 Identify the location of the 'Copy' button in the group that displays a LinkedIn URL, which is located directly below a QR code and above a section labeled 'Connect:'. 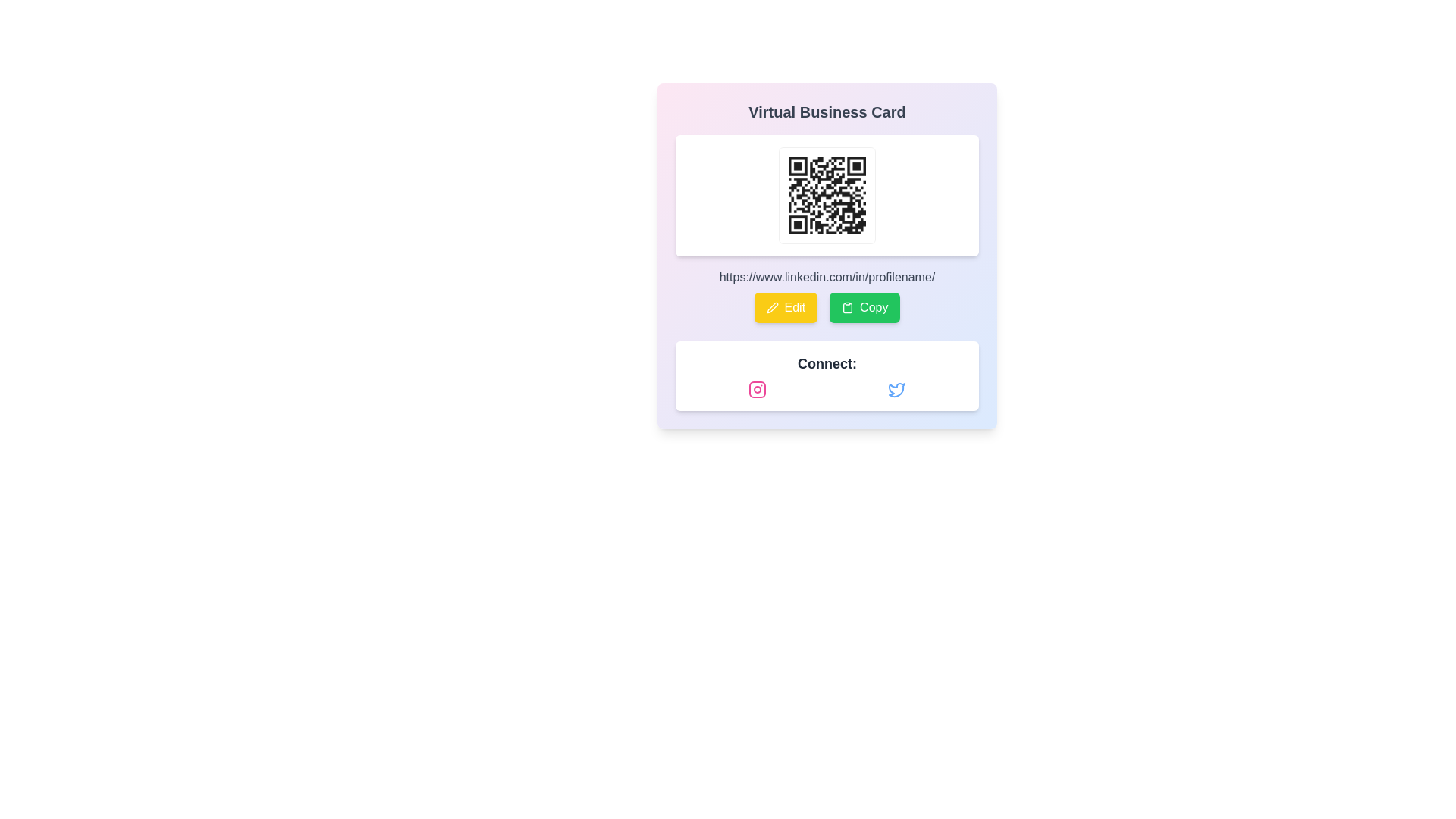
(826, 295).